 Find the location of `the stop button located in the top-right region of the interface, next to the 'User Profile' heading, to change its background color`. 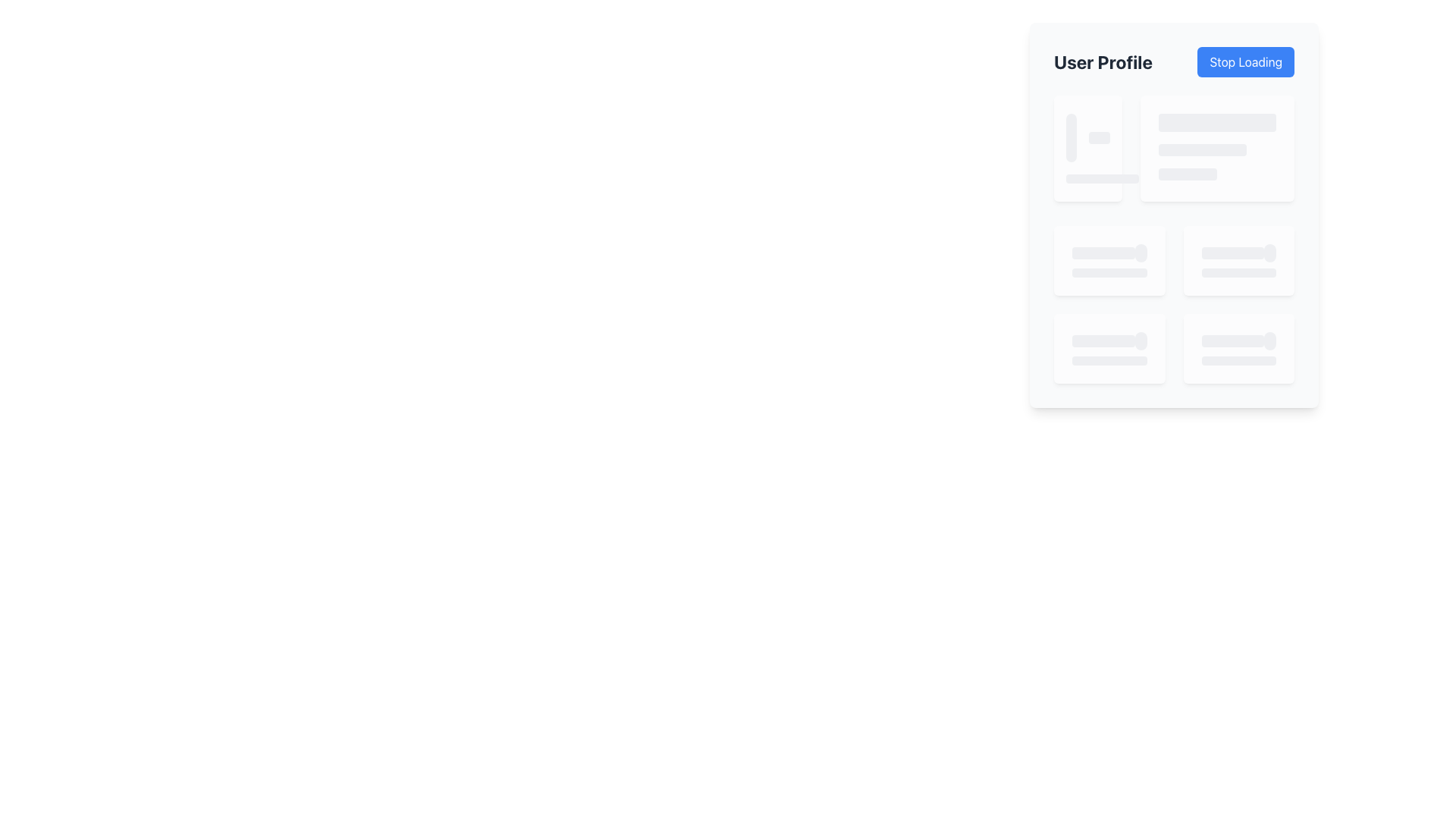

the stop button located in the top-right region of the interface, next to the 'User Profile' heading, to change its background color is located at coordinates (1246, 61).